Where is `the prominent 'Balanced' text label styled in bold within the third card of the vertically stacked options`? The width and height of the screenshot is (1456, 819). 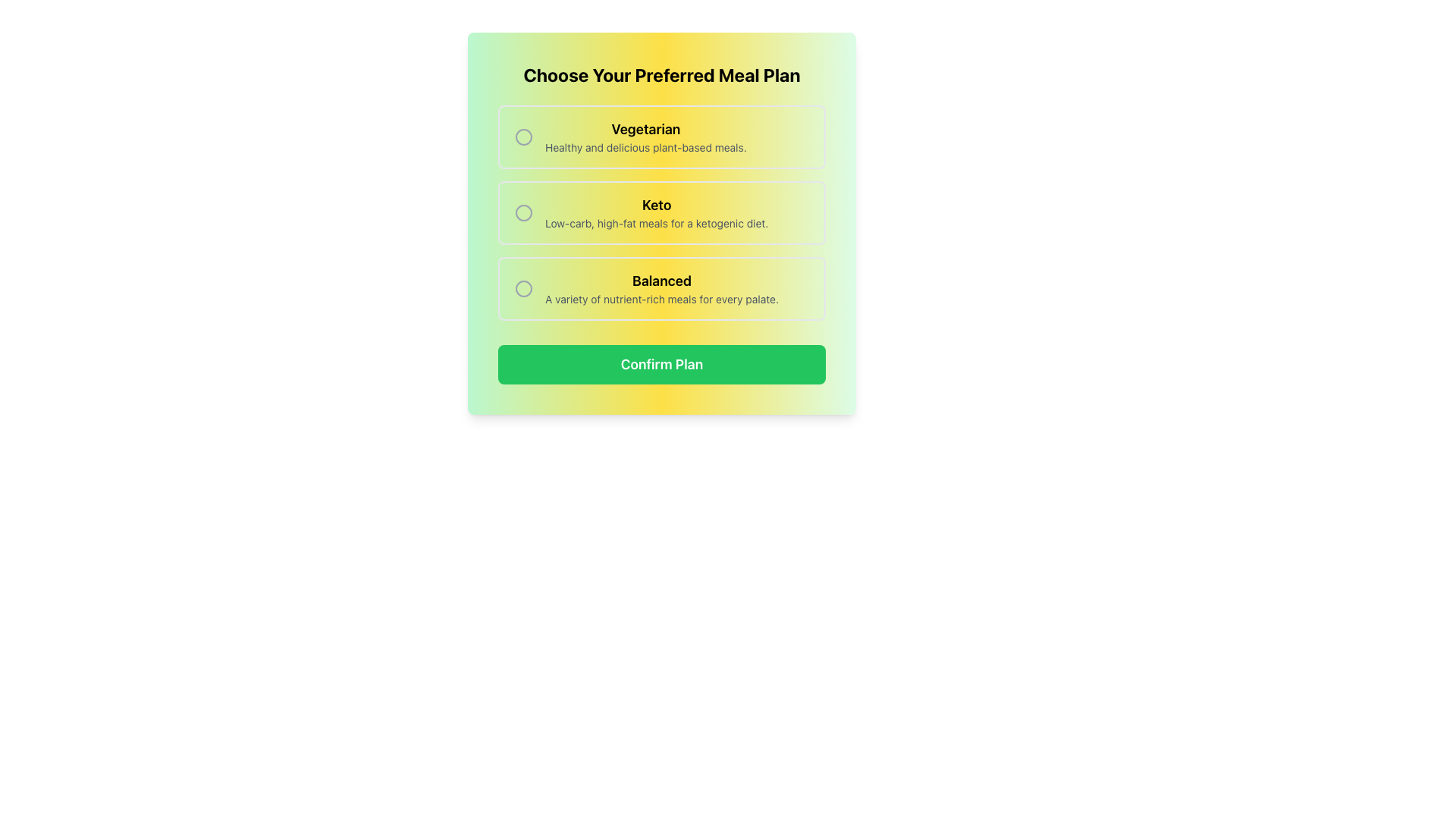
the prominent 'Balanced' text label styled in bold within the third card of the vertically stacked options is located at coordinates (662, 281).